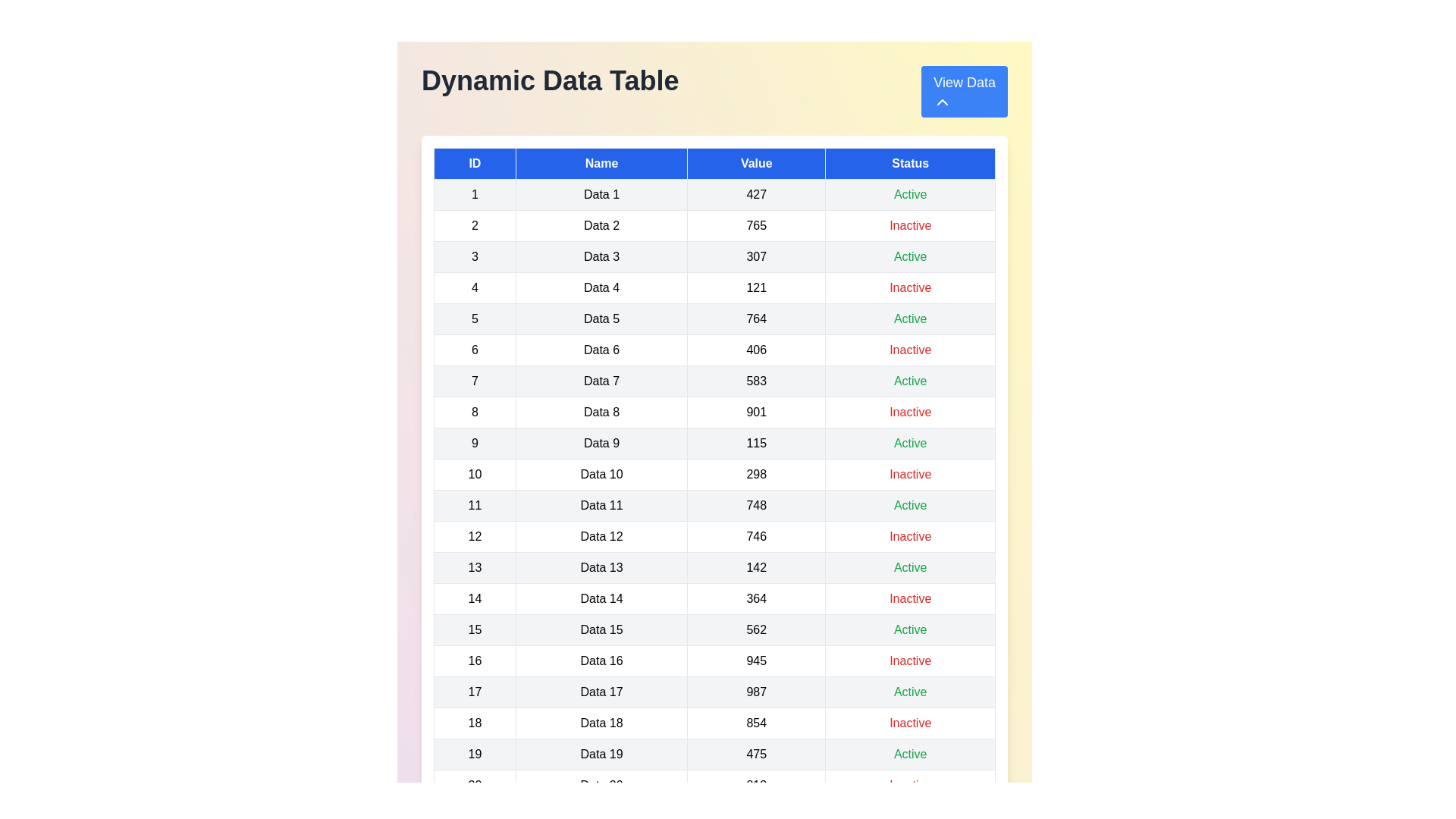 This screenshot has width=1456, height=819. What do you see at coordinates (473, 164) in the screenshot?
I see `the header of the column to sort by ID` at bounding box center [473, 164].